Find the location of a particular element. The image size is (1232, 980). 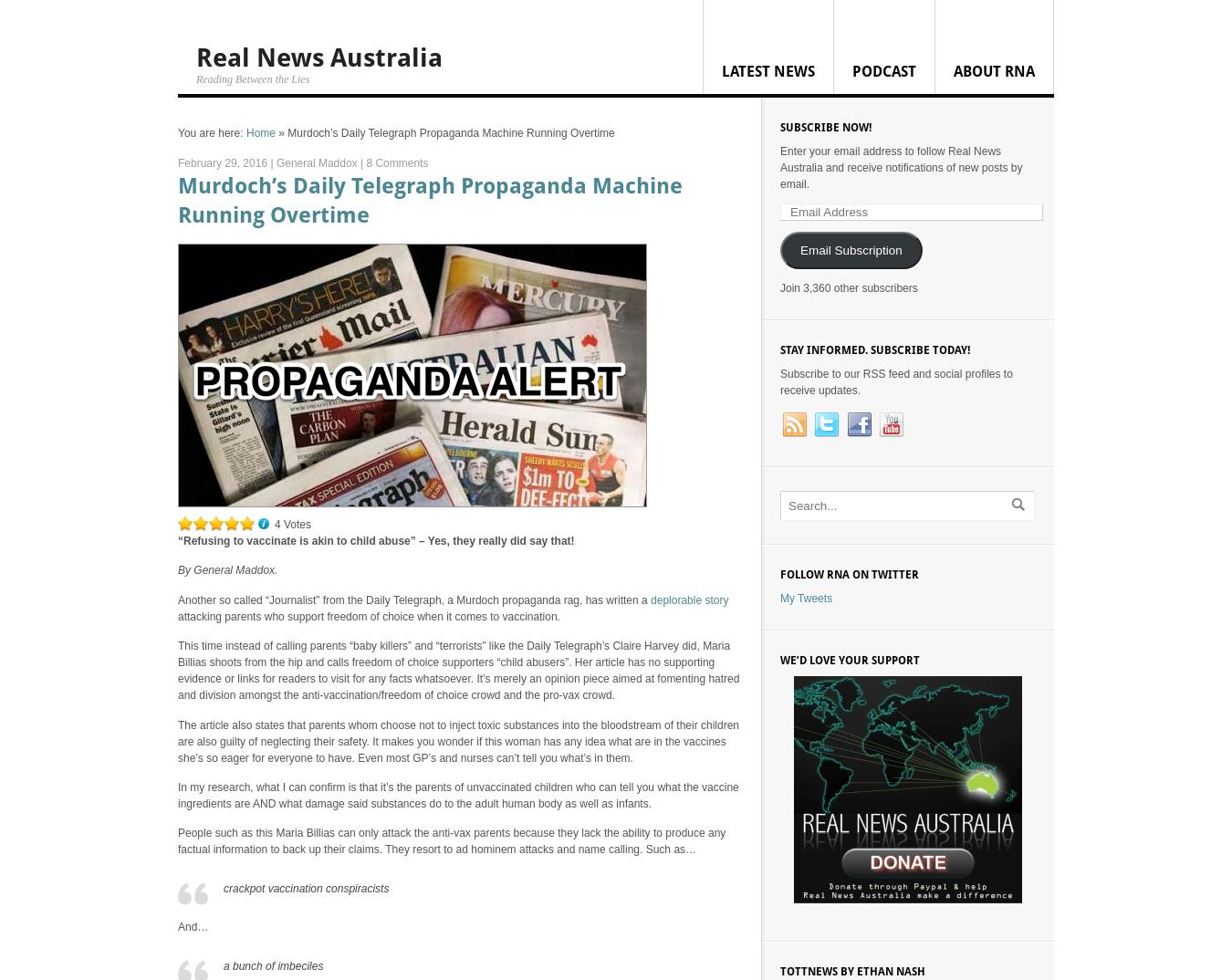

'Another so called “Journalist” from the Daily Telegraph, a Murdoch propaganda rag, has written a' is located at coordinates (413, 598).